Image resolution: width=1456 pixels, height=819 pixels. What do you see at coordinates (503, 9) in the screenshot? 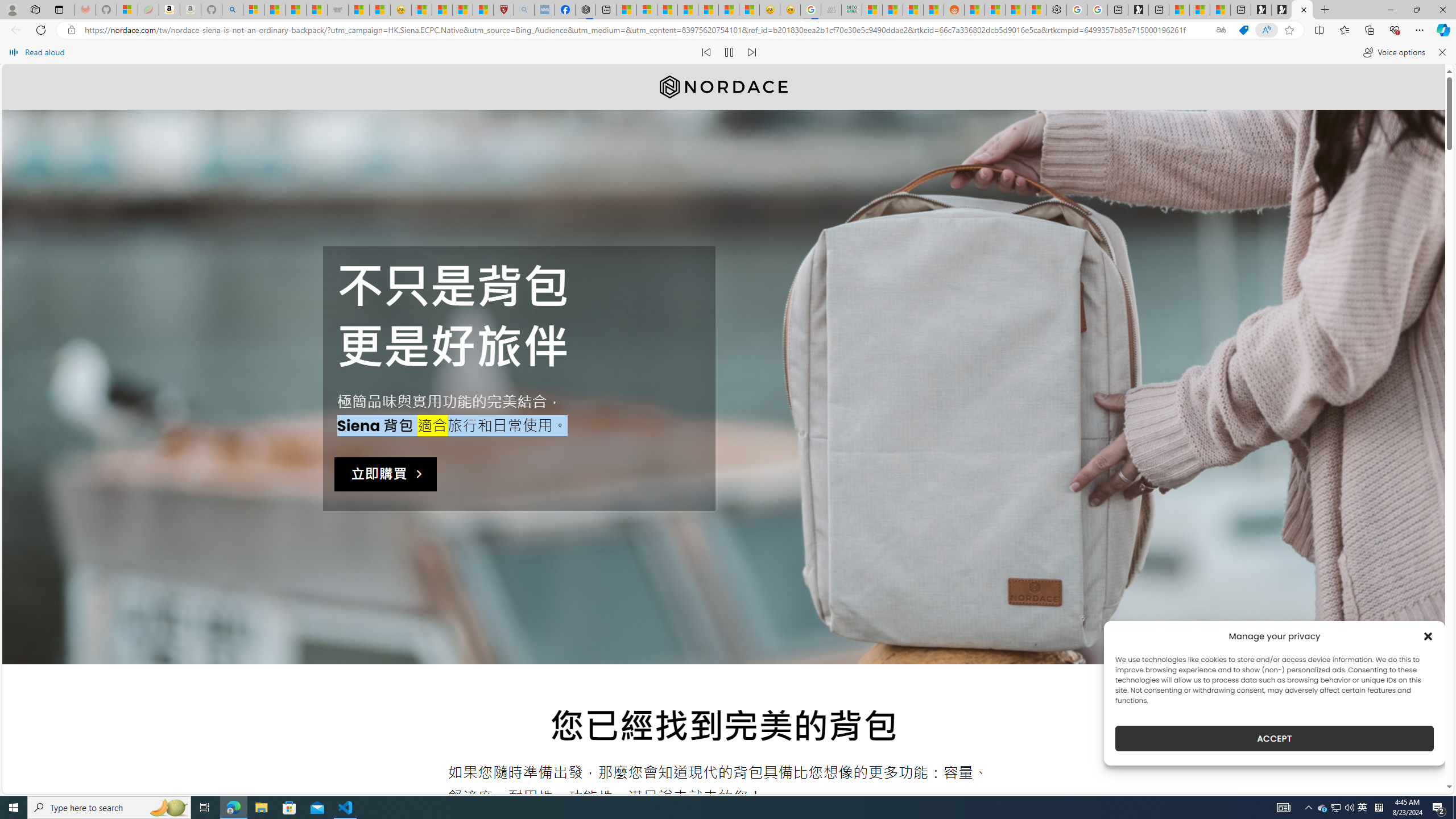
I see `'Robert H. Shmerling, MD - Harvard Health'` at bounding box center [503, 9].